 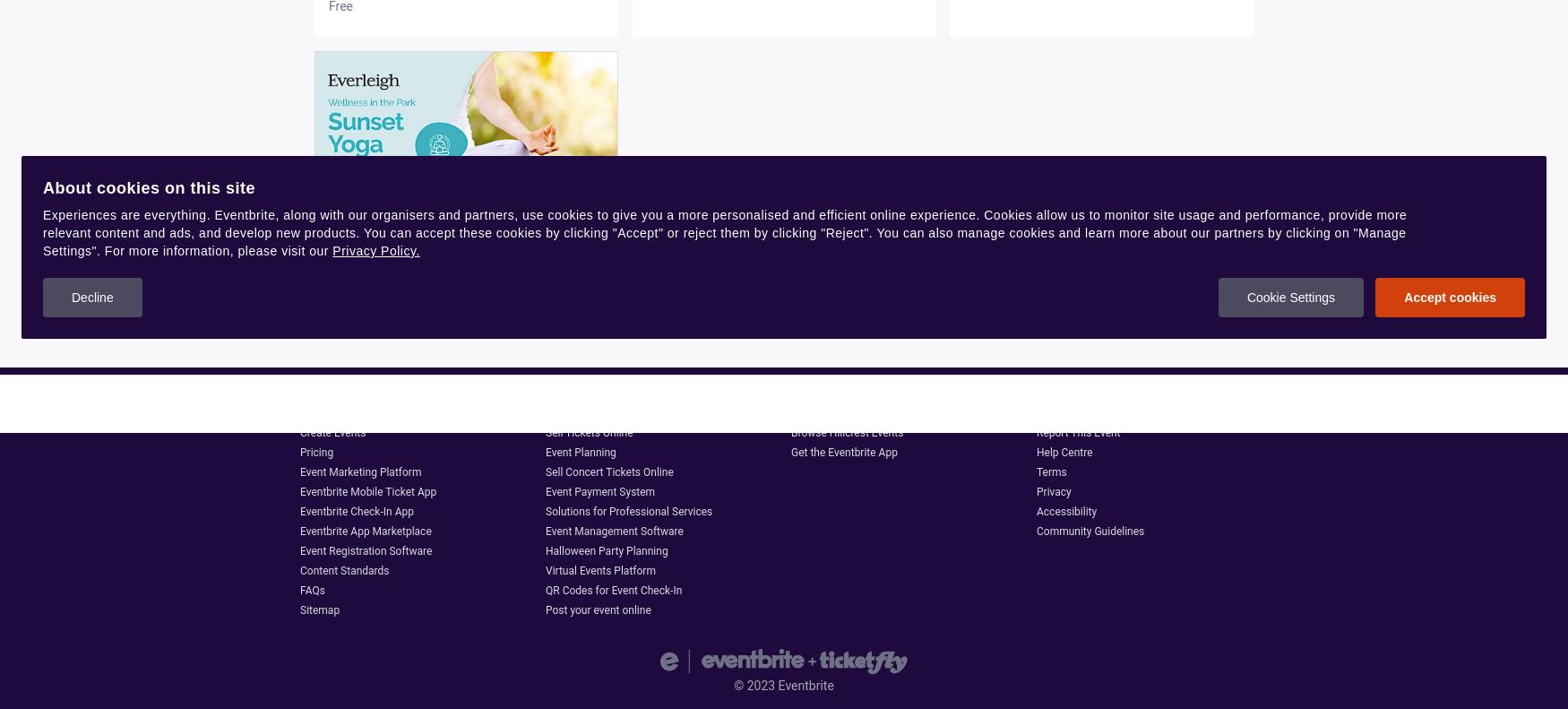 What do you see at coordinates (588, 431) in the screenshot?
I see `'Sell Tickets Online'` at bounding box center [588, 431].